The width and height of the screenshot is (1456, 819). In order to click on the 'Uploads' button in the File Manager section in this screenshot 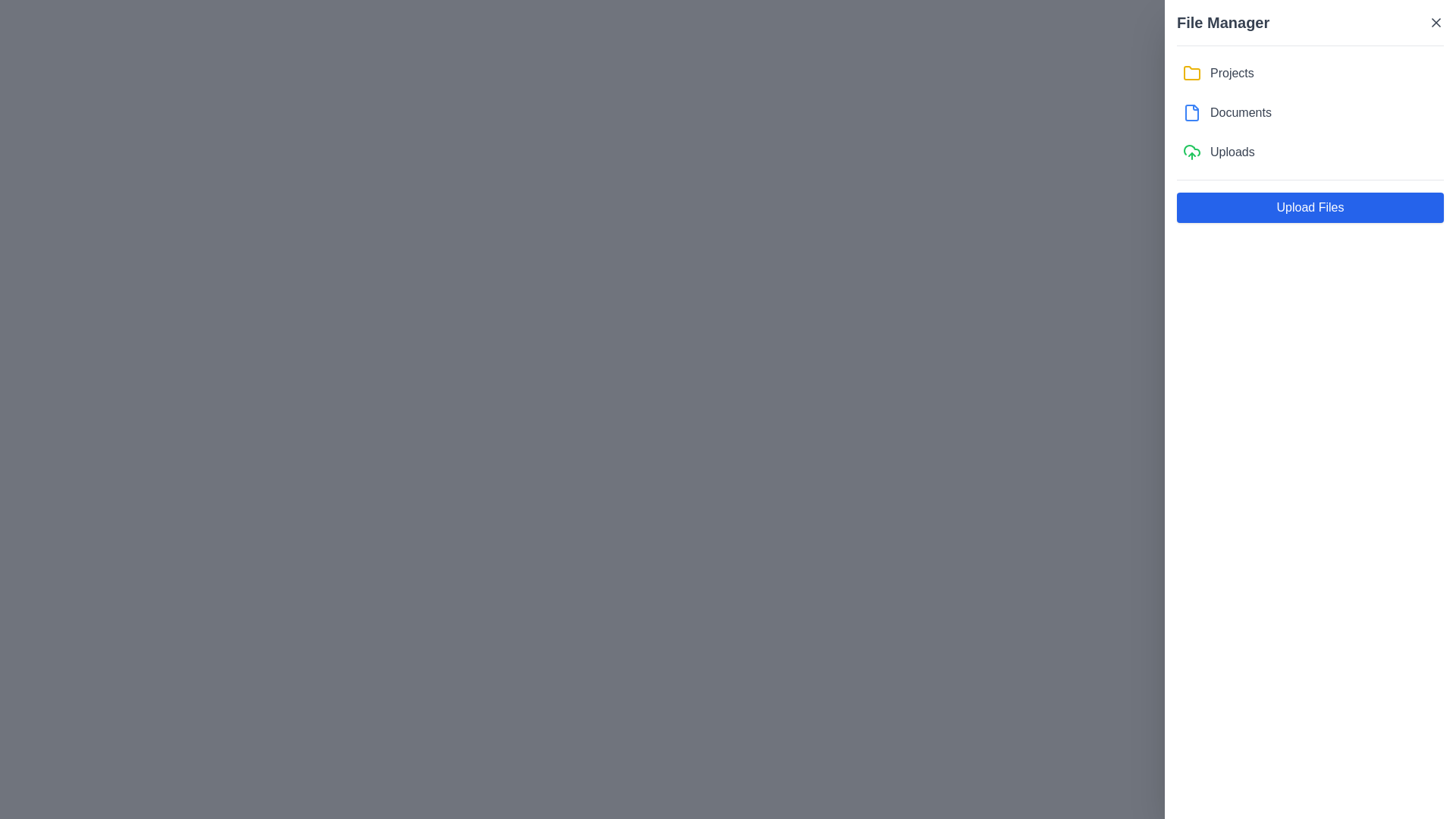, I will do `click(1310, 152)`.